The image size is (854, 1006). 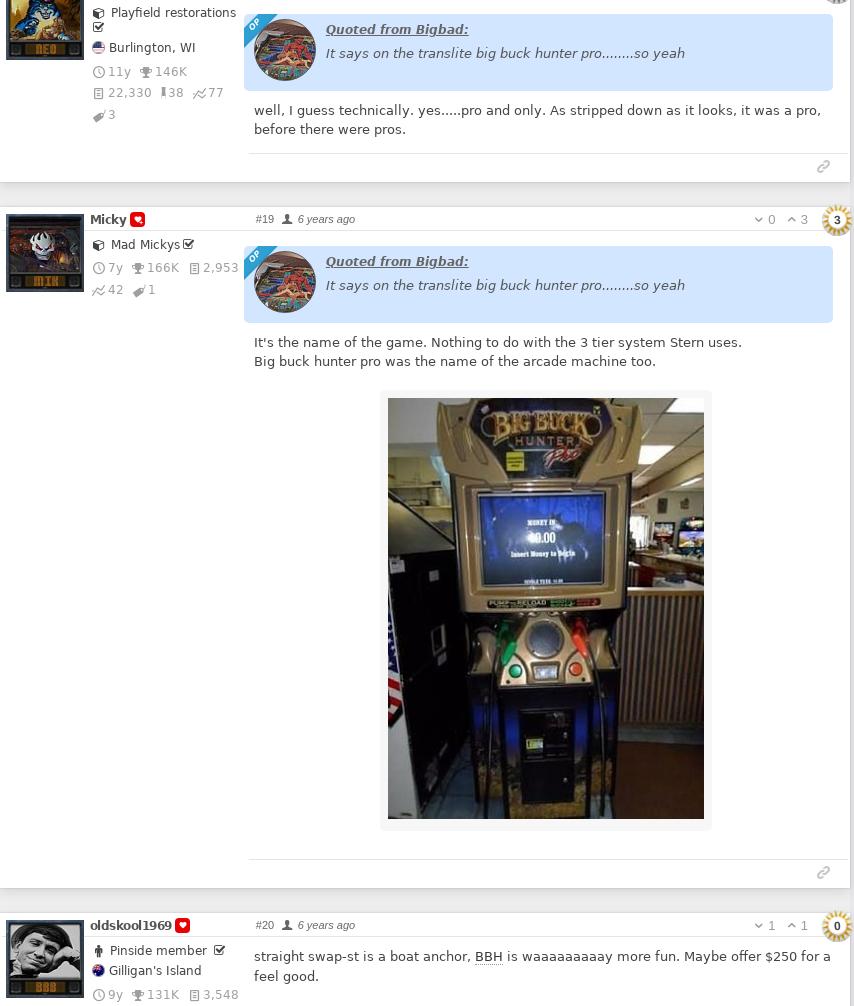 What do you see at coordinates (170, 71) in the screenshot?
I see `'146K'` at bounding box center [170, 71].